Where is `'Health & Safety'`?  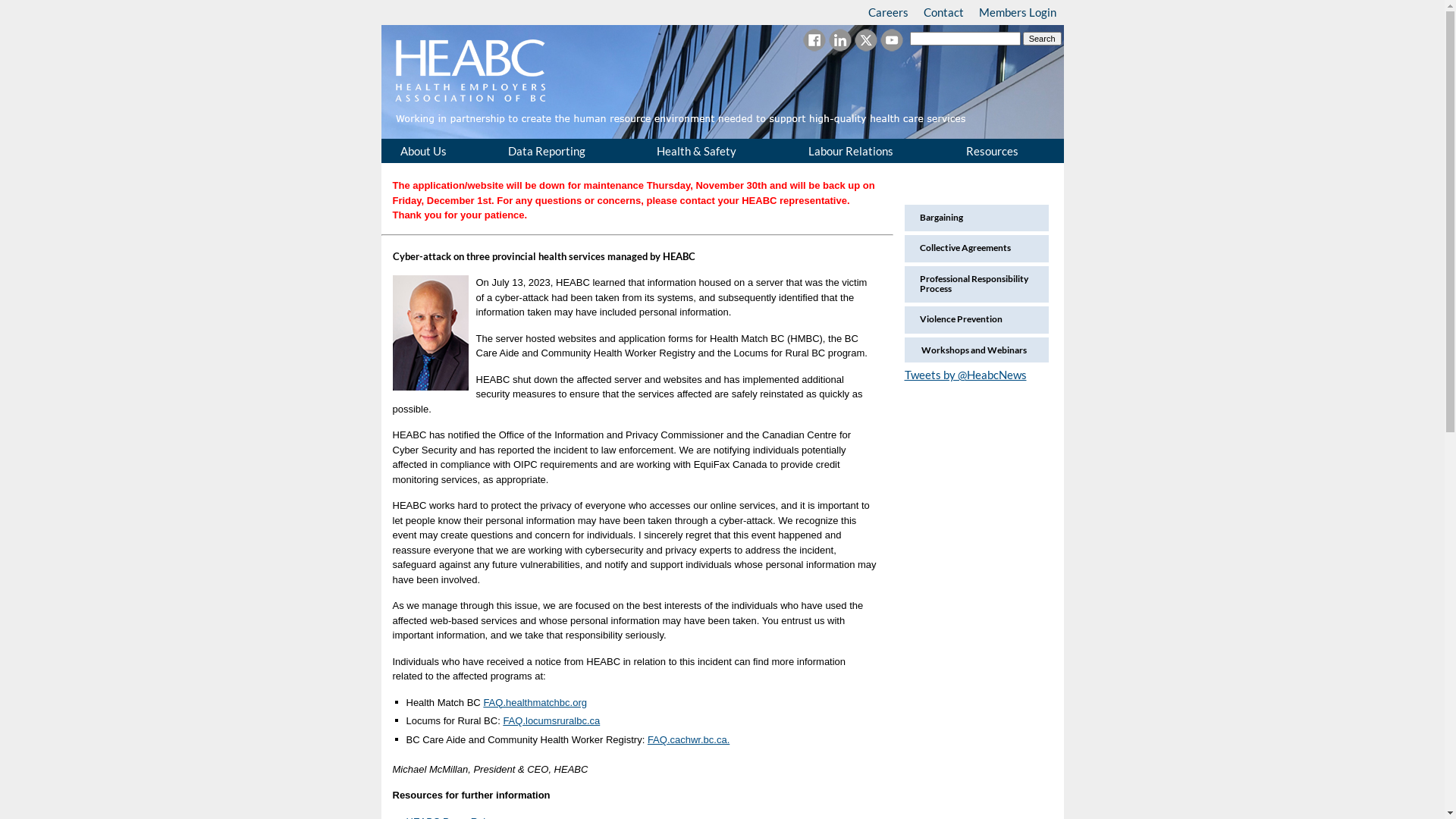 'Health & Safety' is located at coordinates (637, 150).